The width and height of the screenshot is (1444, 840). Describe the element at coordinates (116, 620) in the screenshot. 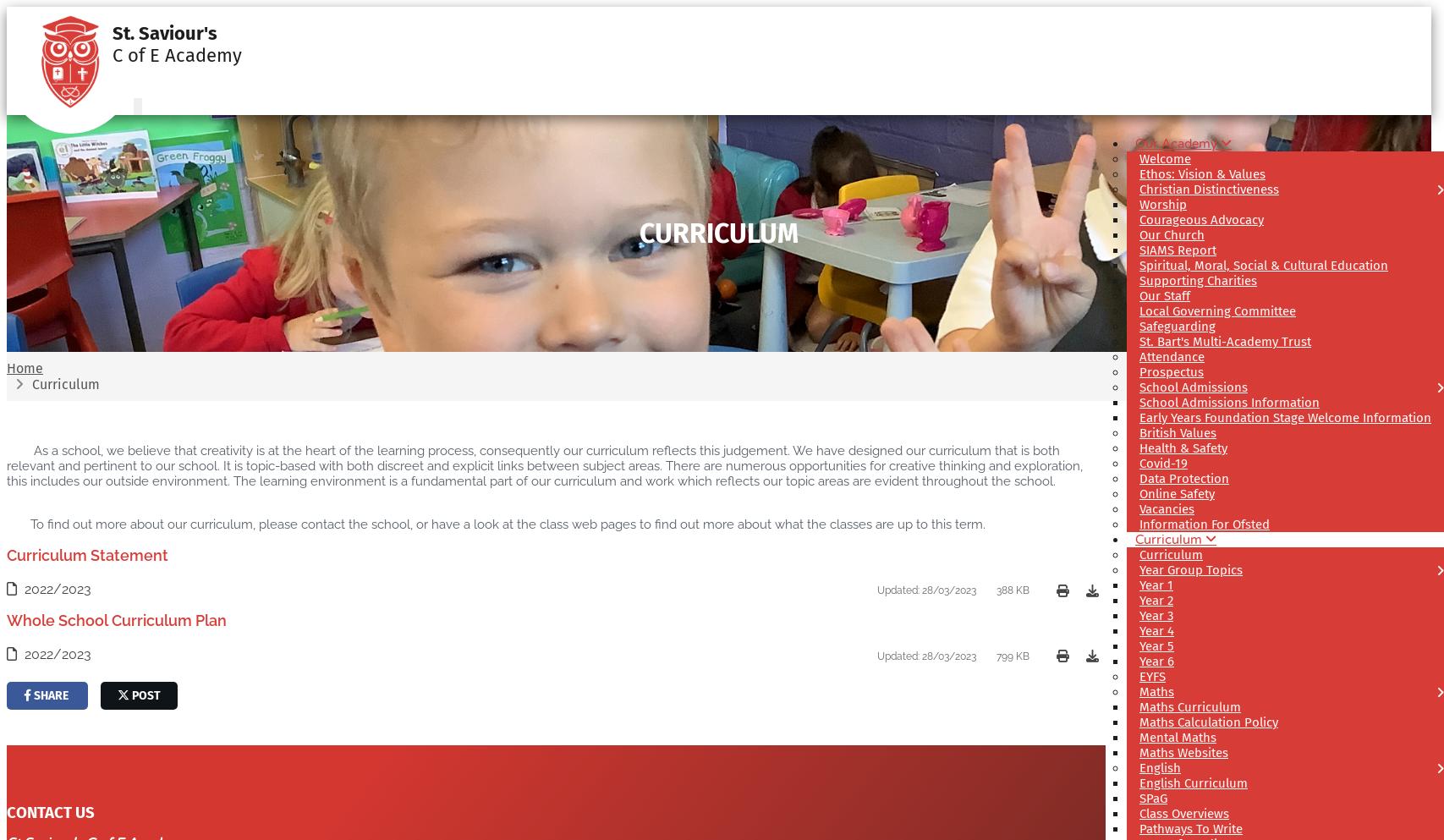

I see `'Whole School Curriculum Plan'` at that location.